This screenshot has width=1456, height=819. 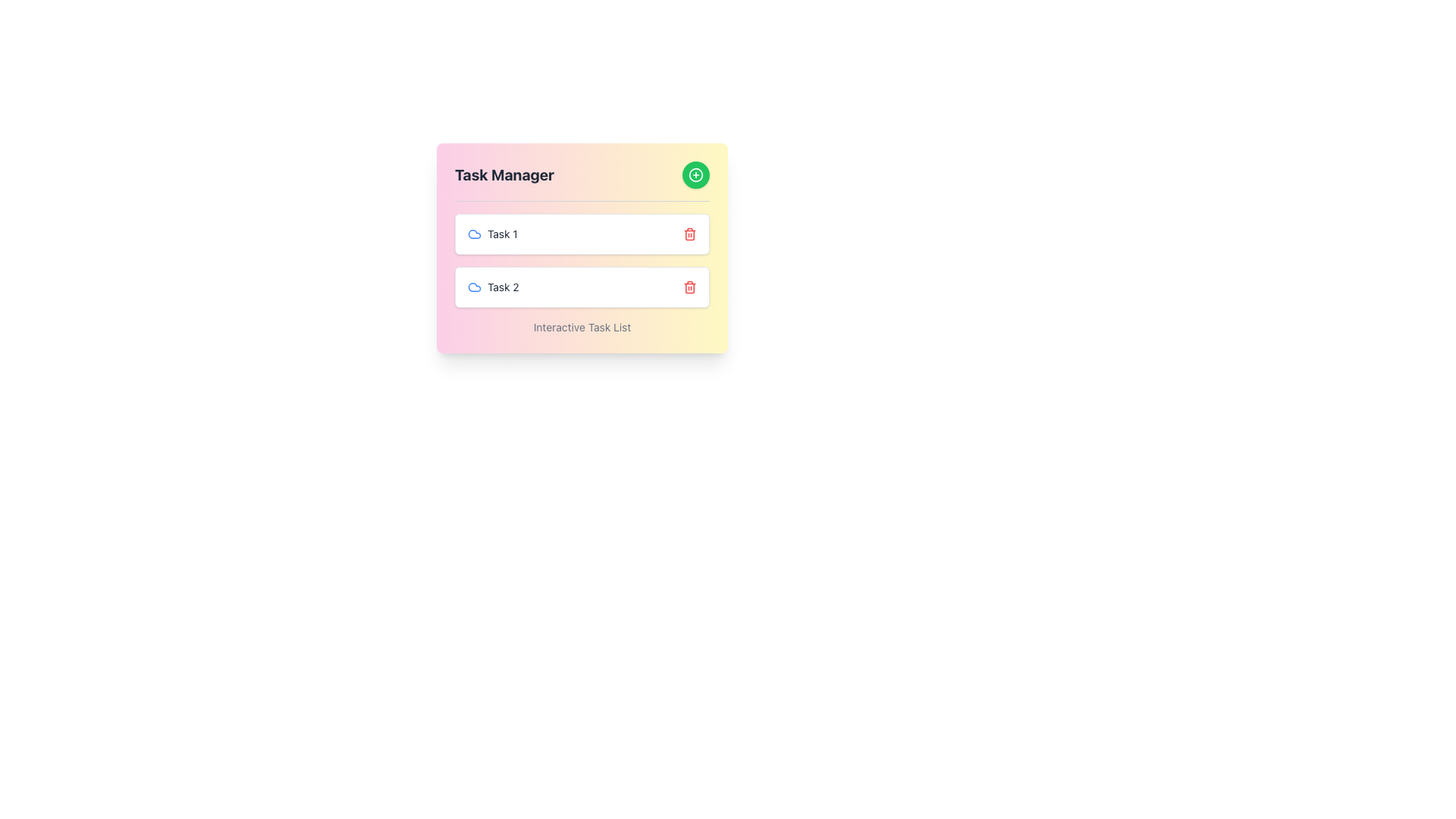 I want to click on the text content of the 'Task 1' label located at the top of the task list in the 'Task Manager', which is adjacent to a blue cloud icon, so click(x=502, y=234).